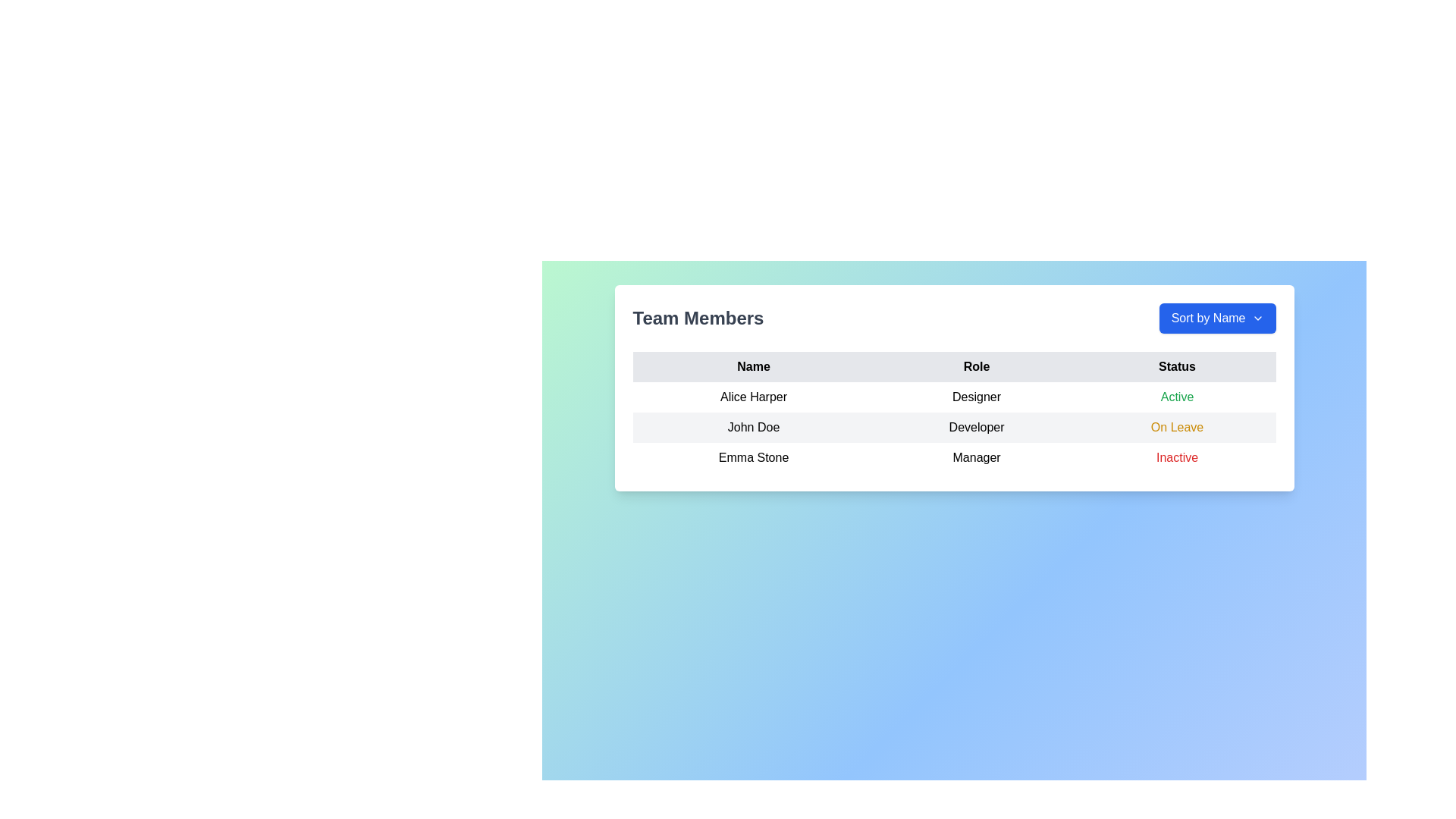 The image size is (1456, 819). Describe the element at coordinates (953, 388) in the screenshot. I see `the first table row displaying information about 'Alice Harper', the Designer with status 'Active'` at that location.